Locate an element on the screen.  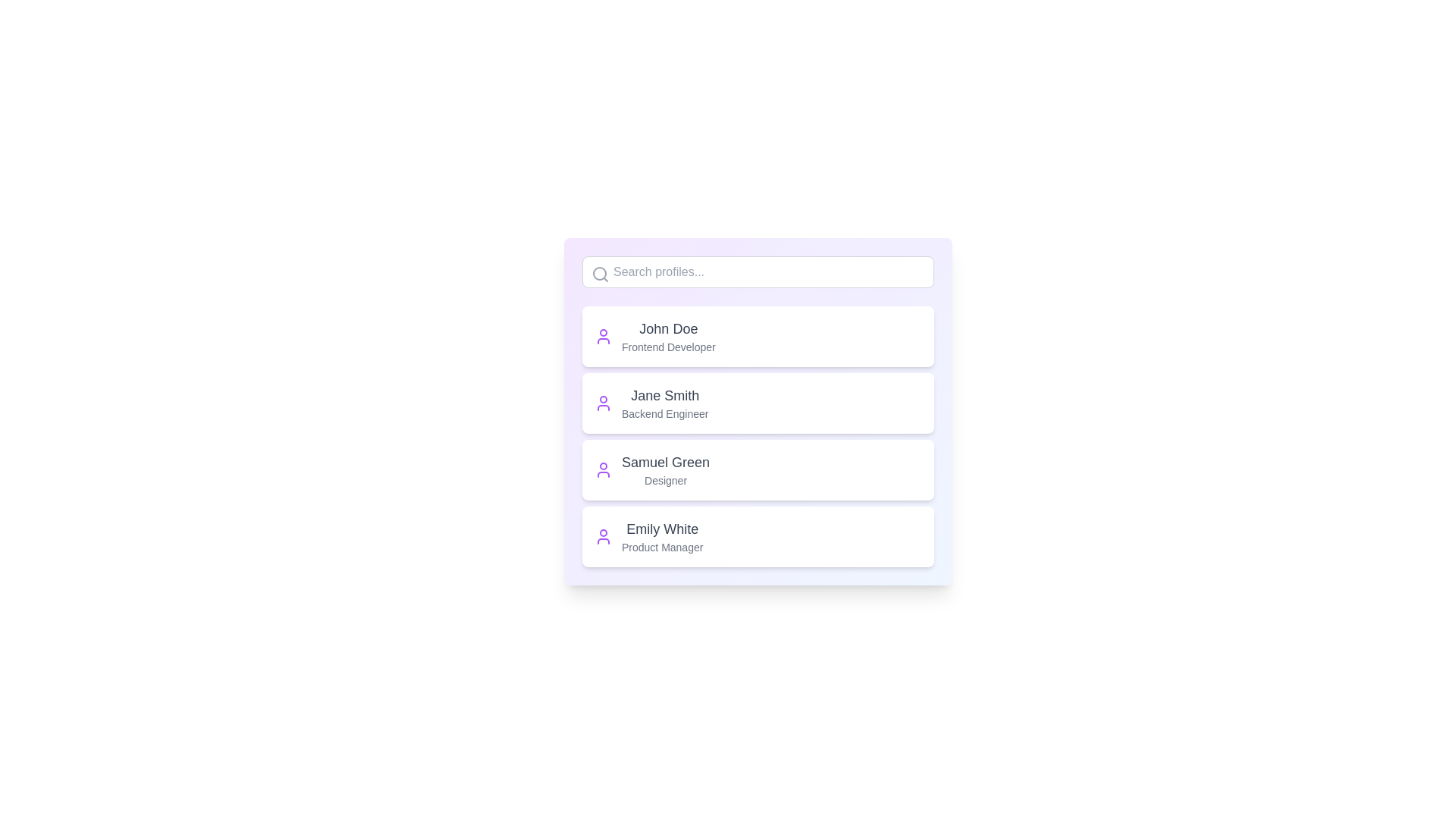
the 'Designer' label located under the name in Samuel Green's profile card, which is styled in a small muted gray font is located at coordinates (666, 480).